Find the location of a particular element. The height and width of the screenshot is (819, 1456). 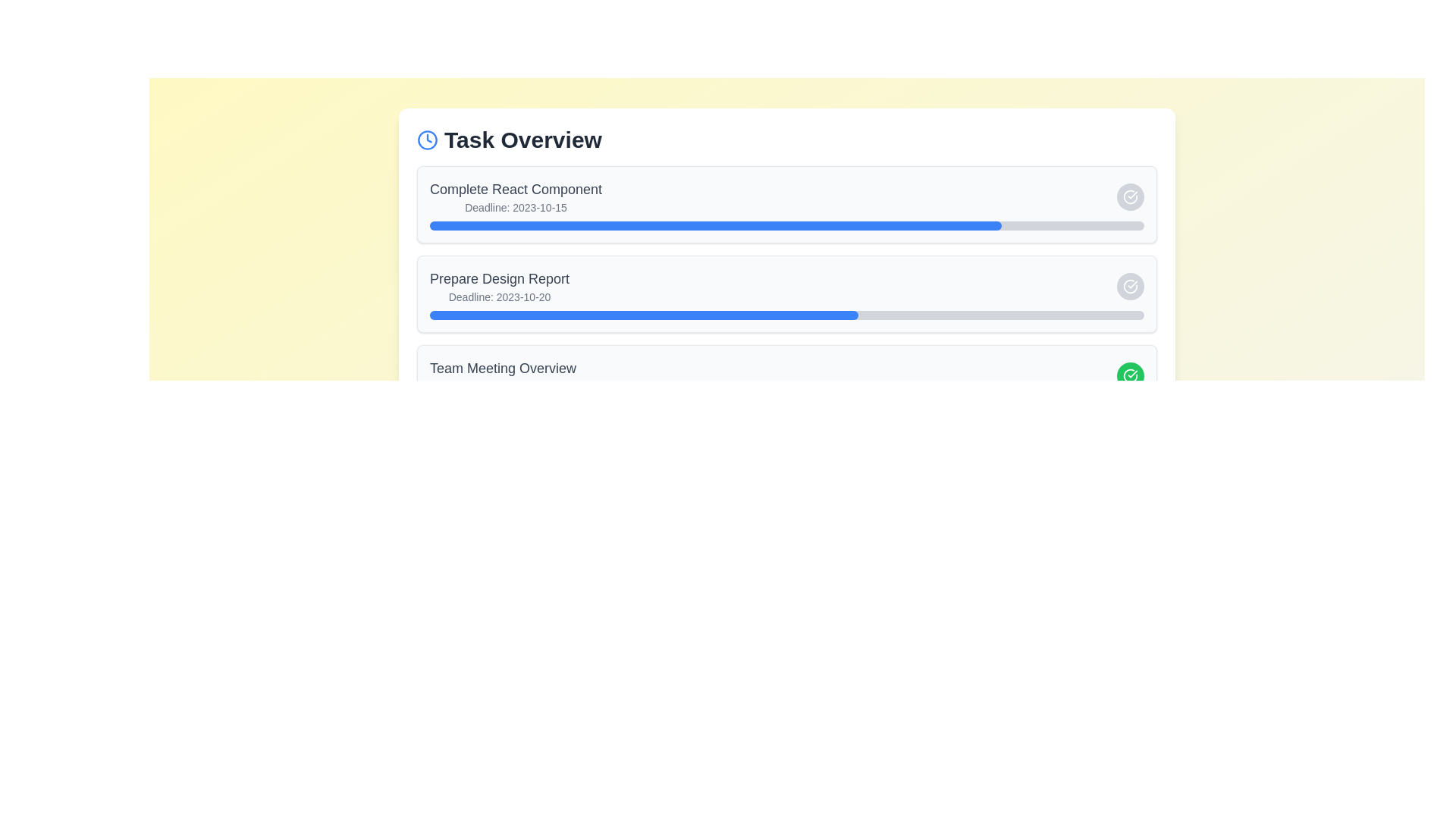

the blue circular shape within the clock icon located near the top-left corner of the task overview section is located at coordinates (427, 140).